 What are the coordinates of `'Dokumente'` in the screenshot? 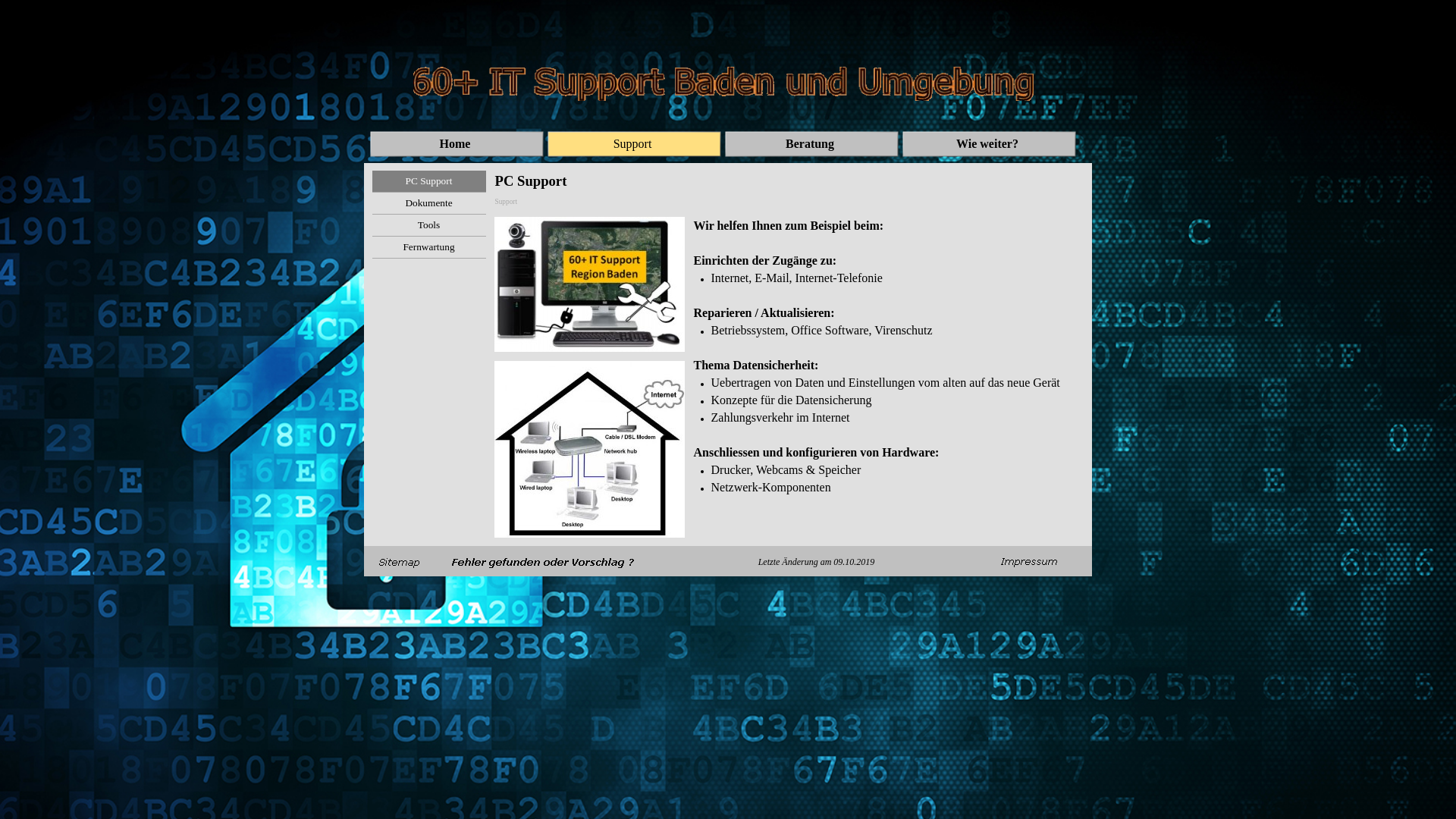 It's located at (428, 202).